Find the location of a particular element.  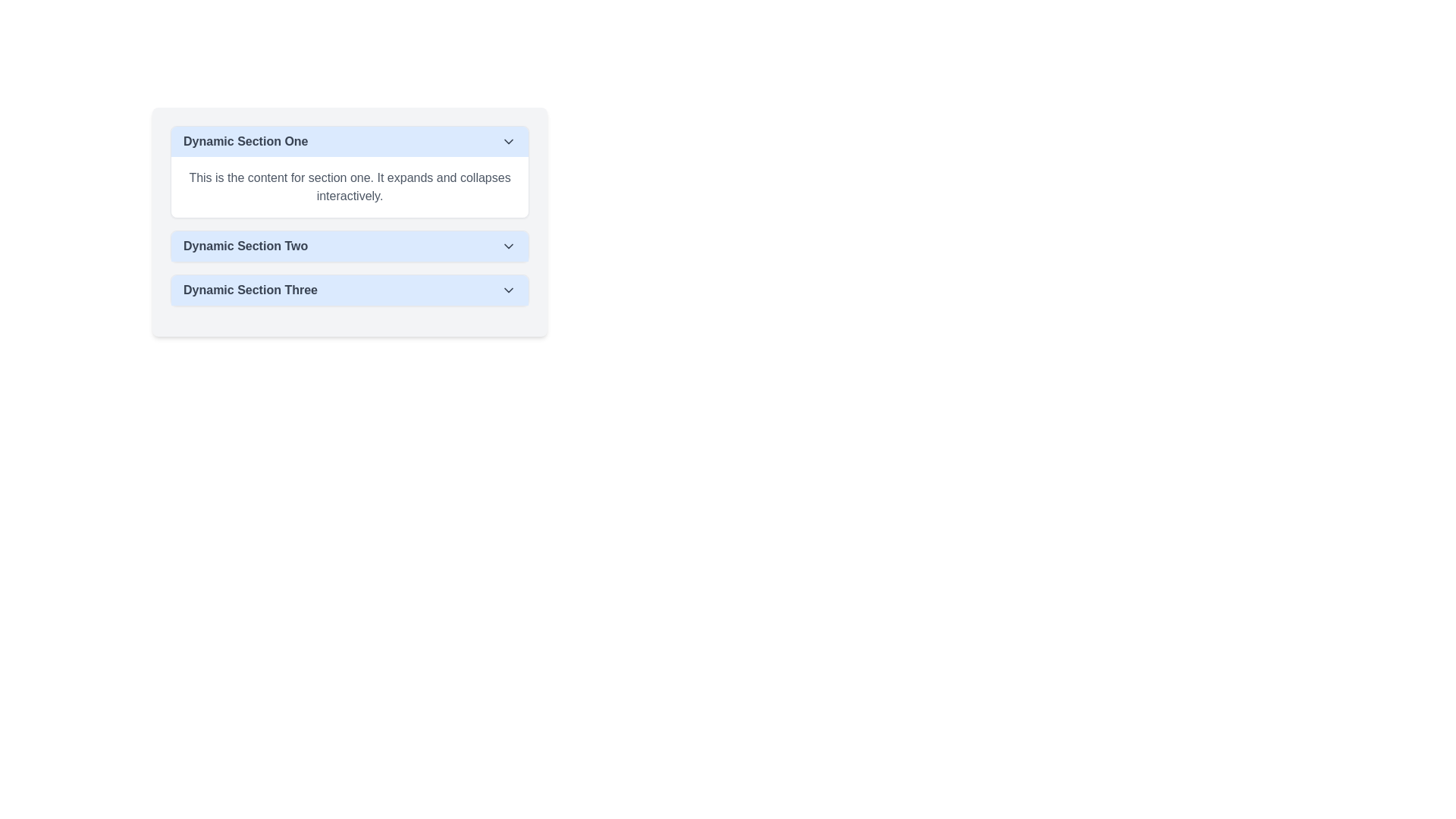

the Chevron Down icon located to the far right of the 'Dynamic Section Three' header is located at coordinates (509, 290).